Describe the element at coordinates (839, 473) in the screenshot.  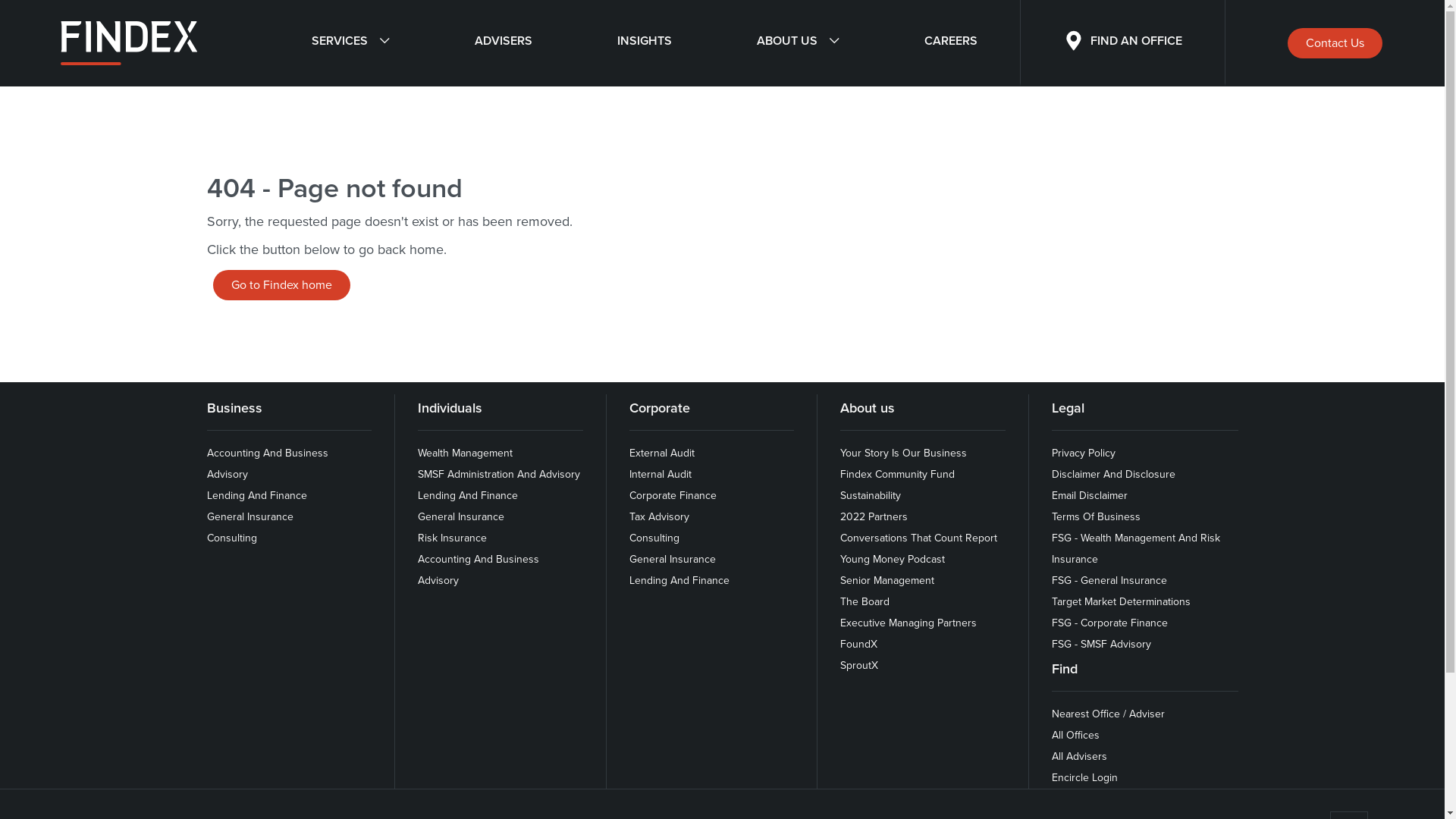
I see `'Findex Community Fund'` at that location.